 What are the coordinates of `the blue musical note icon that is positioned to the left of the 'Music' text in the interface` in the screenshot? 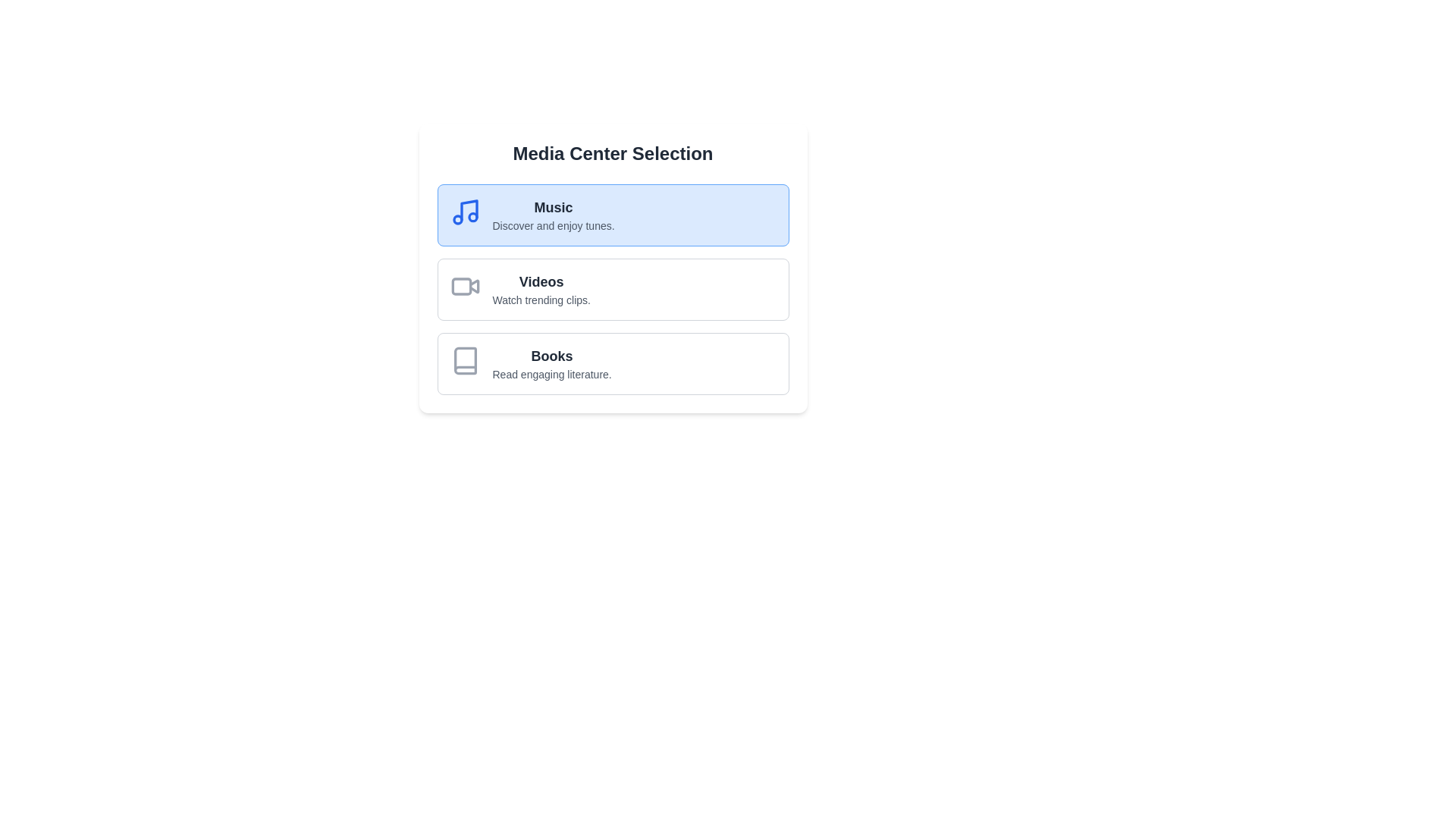 It's located at (464, 212).